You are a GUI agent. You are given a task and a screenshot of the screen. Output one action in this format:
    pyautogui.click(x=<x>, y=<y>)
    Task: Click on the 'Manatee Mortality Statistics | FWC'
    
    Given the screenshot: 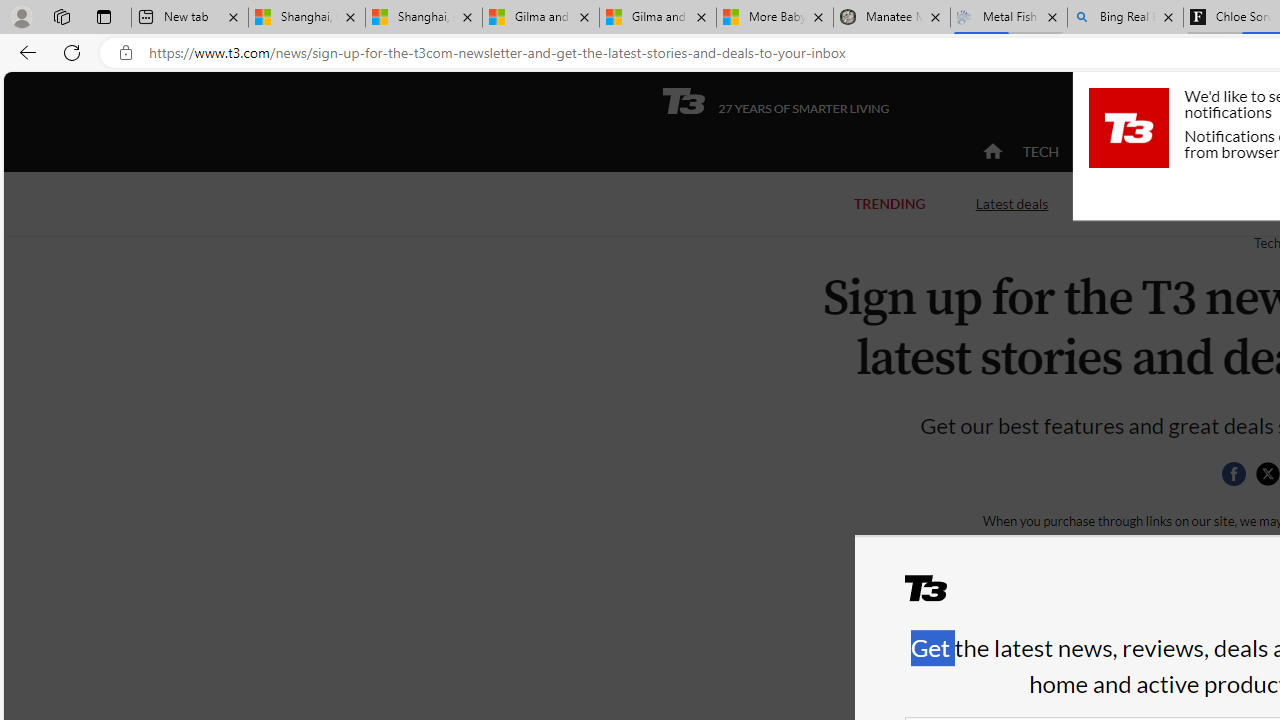 What is the action you would take?
    pyautogui.click(x=891, y=17)
    